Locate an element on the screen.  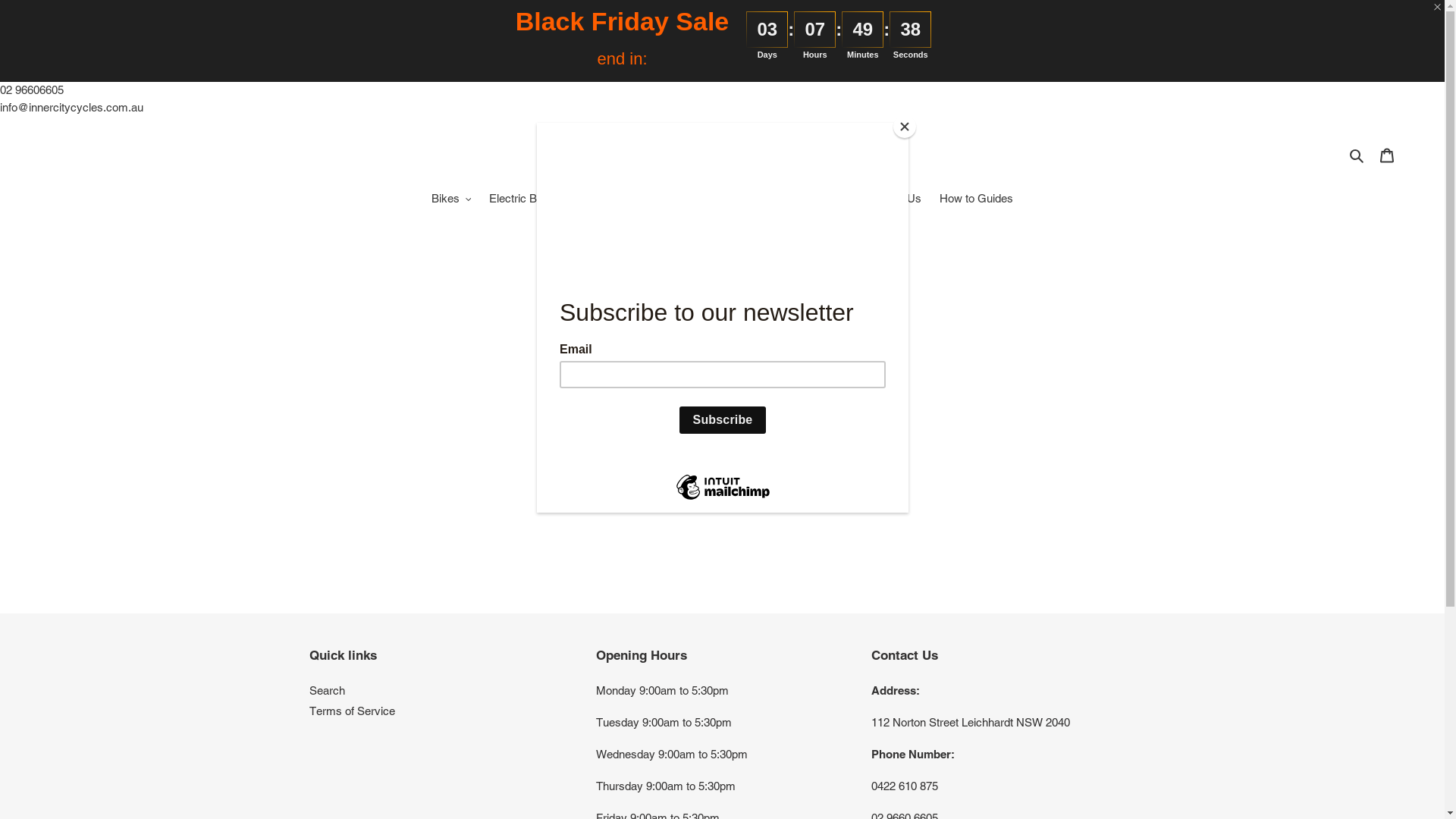
'Search' is located at coordinates (309, 690).